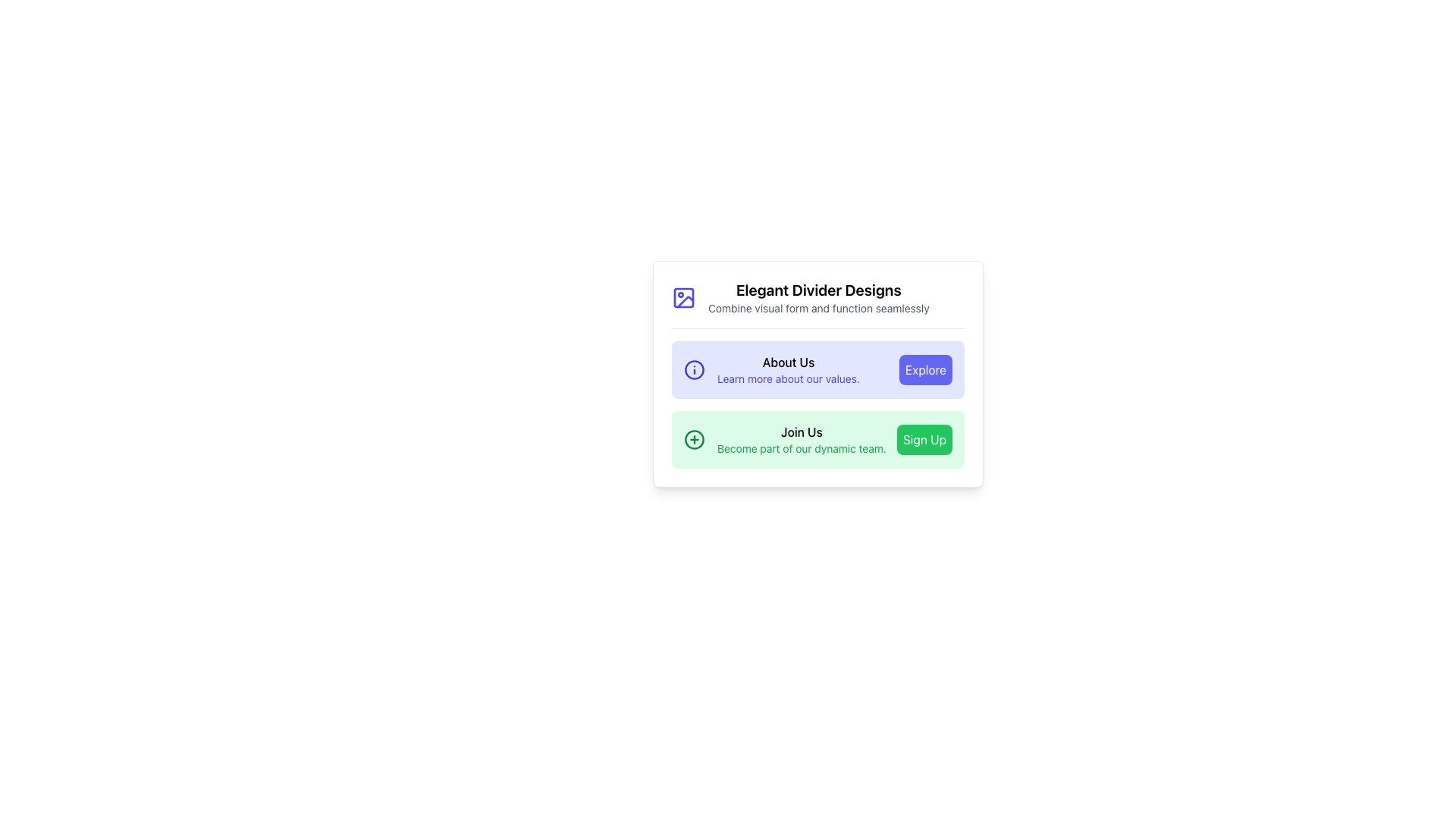  Describe the element at coordinates (789, 370) in the screenshot. I see `the 'About Us' text label which provides informative text related to the application's purpose and values, located in the center column and aligned to the left` at that location.